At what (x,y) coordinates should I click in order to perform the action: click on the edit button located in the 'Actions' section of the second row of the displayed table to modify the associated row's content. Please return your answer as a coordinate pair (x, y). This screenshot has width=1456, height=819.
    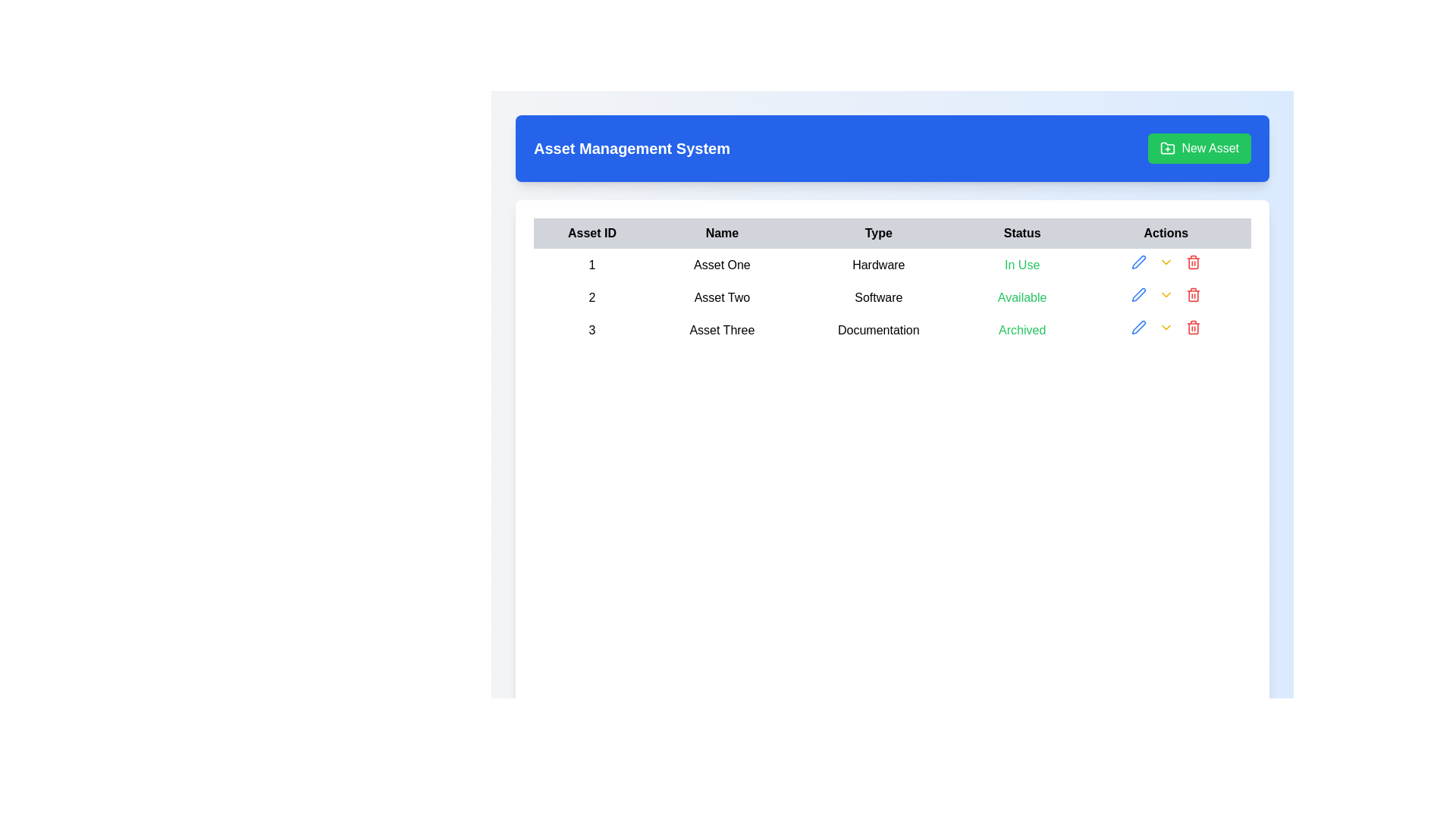
    Looking at the image, I should click on (1138, 295).